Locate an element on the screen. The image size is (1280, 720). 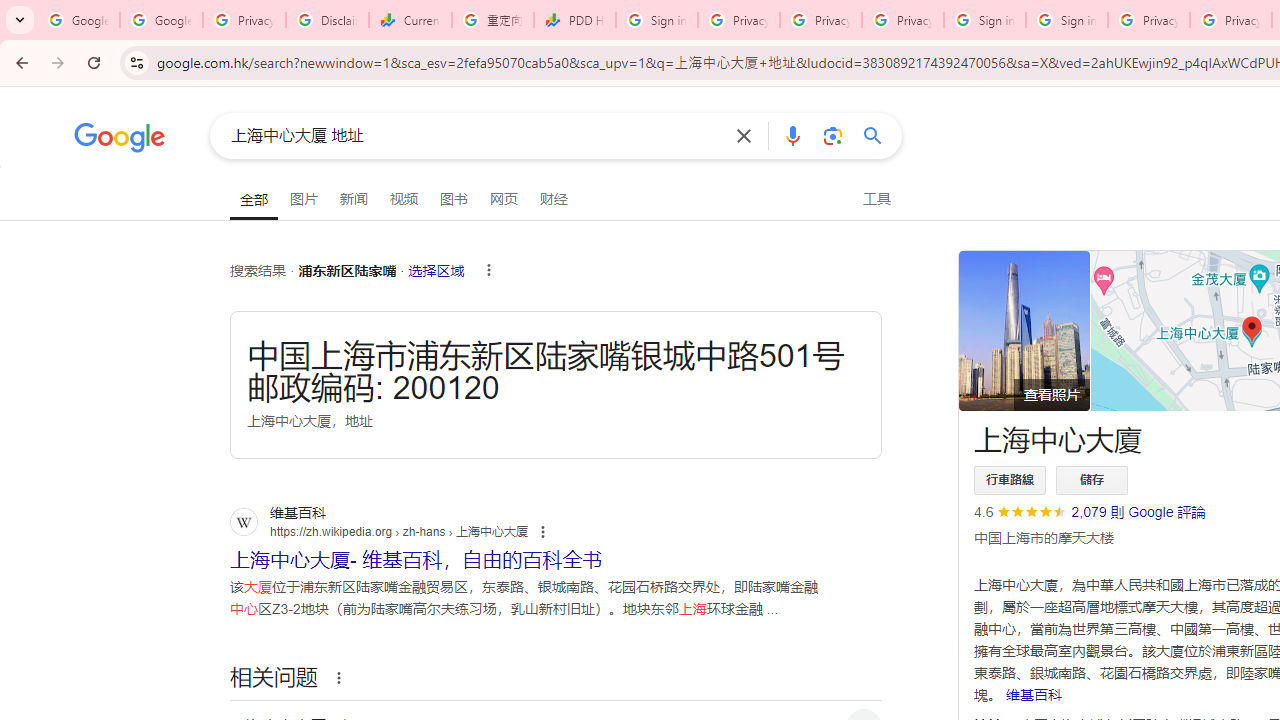
'Currencies - Google Finance' is located at coordinates (409, 20).